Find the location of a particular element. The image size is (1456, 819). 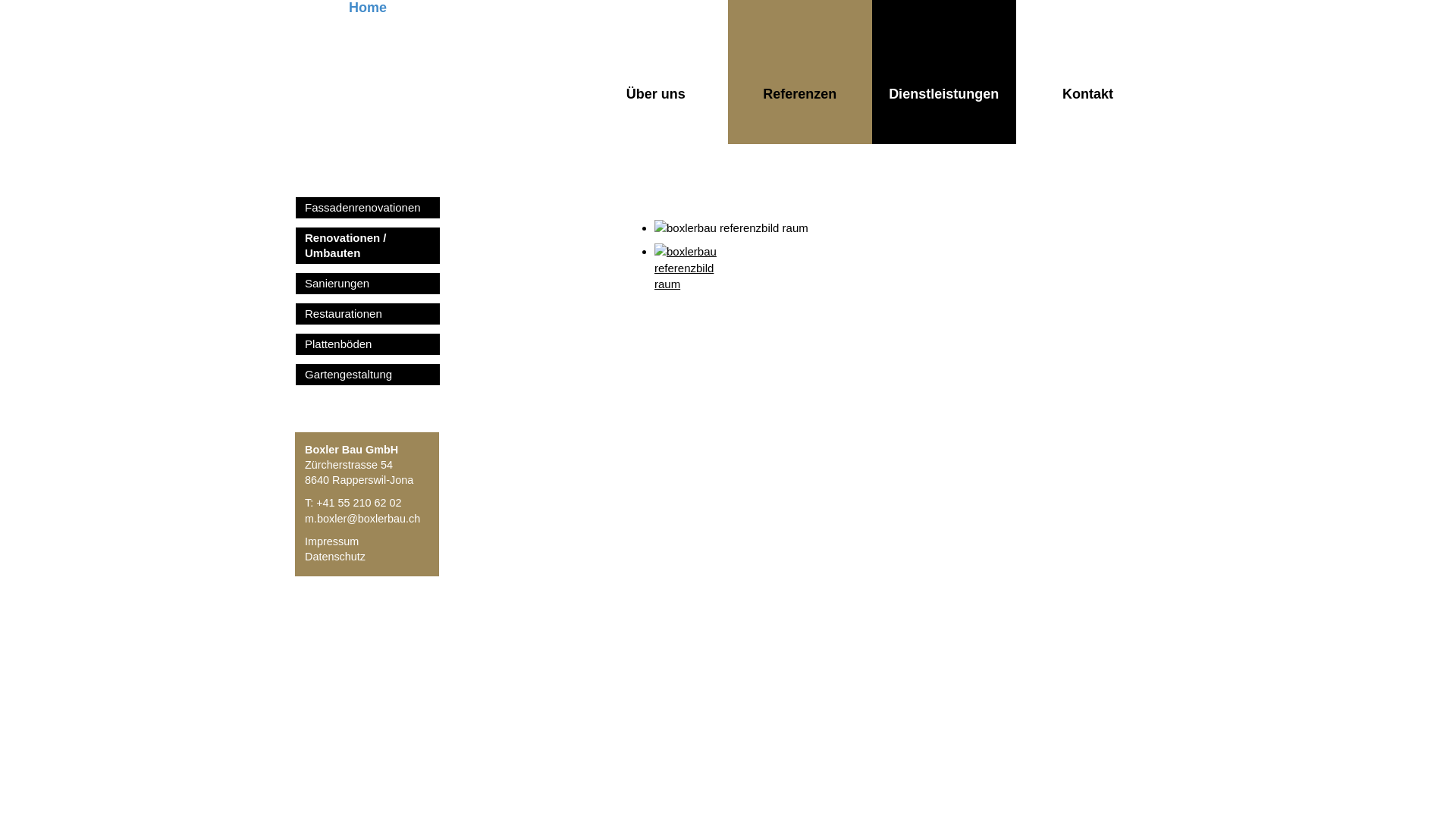

'Sanierungen' is located at coordinates (367, 284).